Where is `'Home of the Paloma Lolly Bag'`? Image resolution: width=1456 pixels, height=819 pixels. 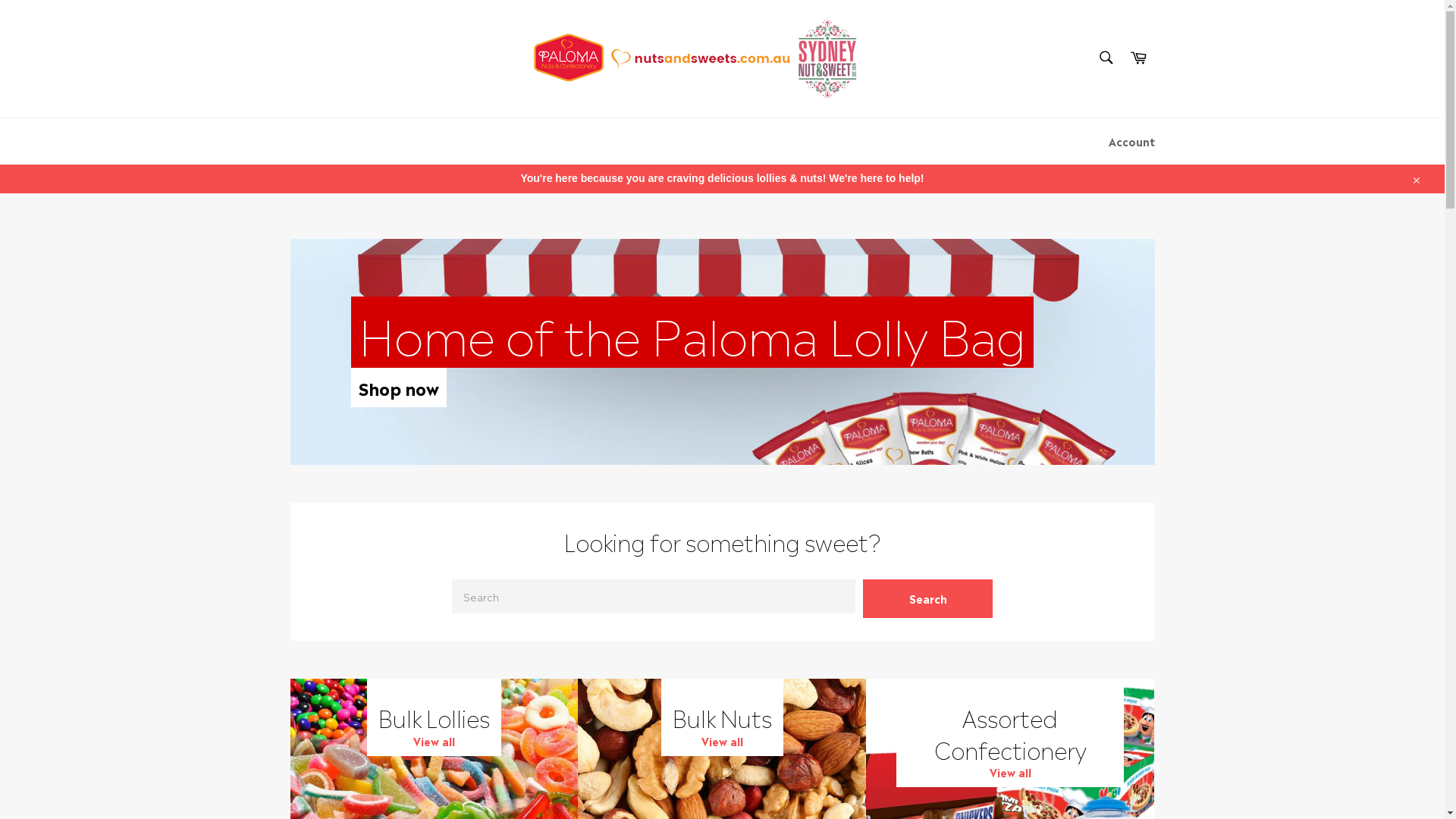 'Home of the Paloma Lolly Bag' is located at coordinates (349, 331).